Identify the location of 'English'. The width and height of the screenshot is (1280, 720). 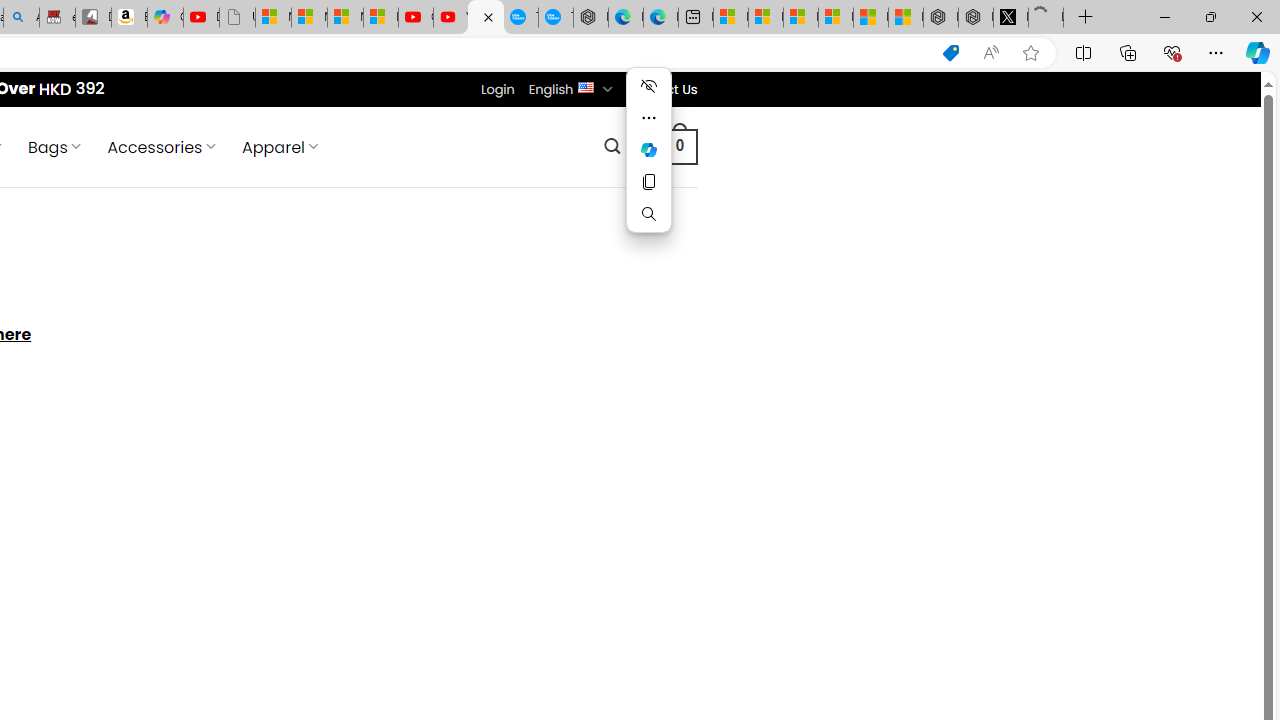
(585, 85).